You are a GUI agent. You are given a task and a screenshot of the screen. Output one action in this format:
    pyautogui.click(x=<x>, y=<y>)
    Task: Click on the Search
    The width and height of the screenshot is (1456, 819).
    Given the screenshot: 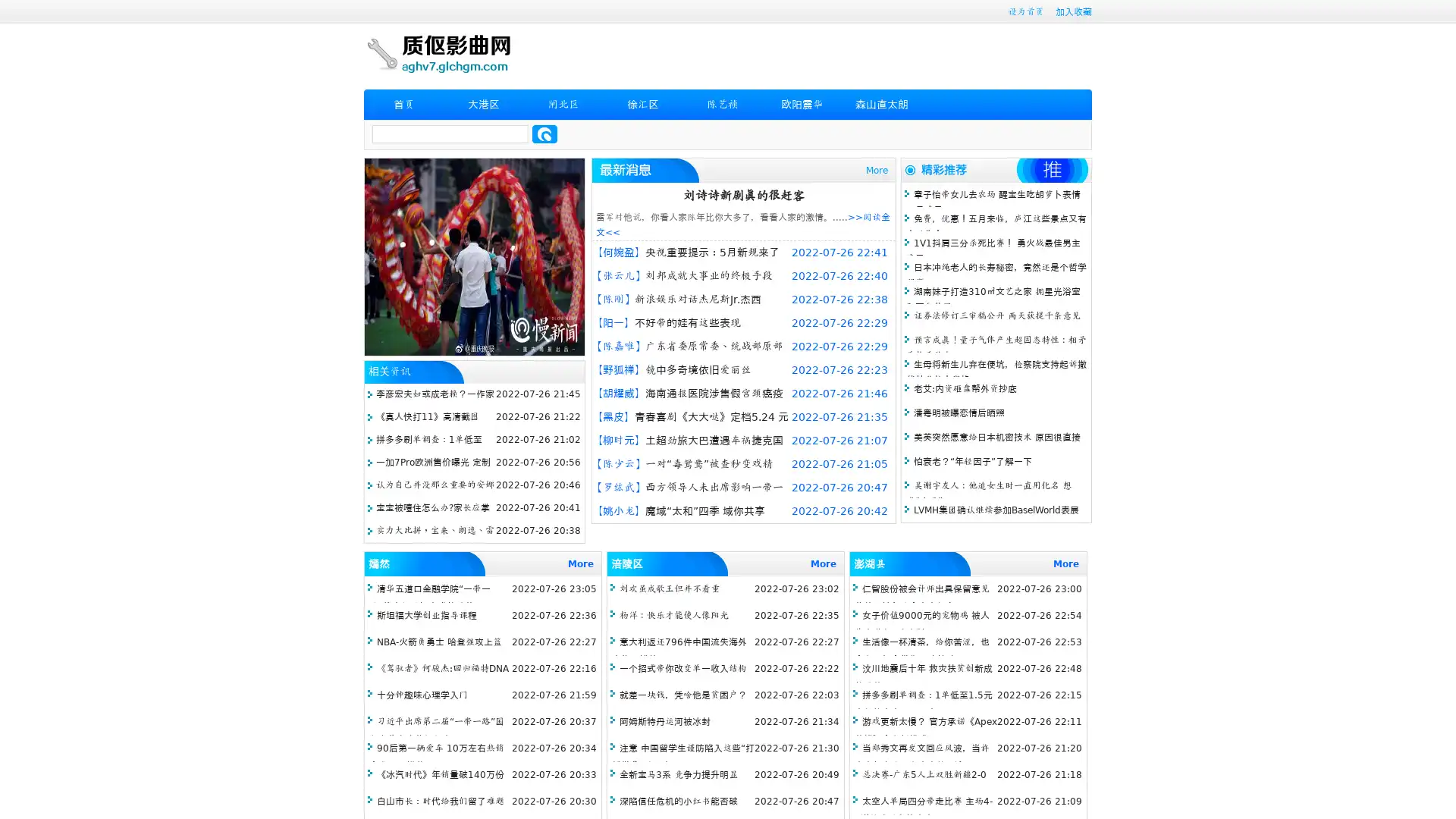 What is the action you would take?
    pyautogui.click(x=544, y=133)
    